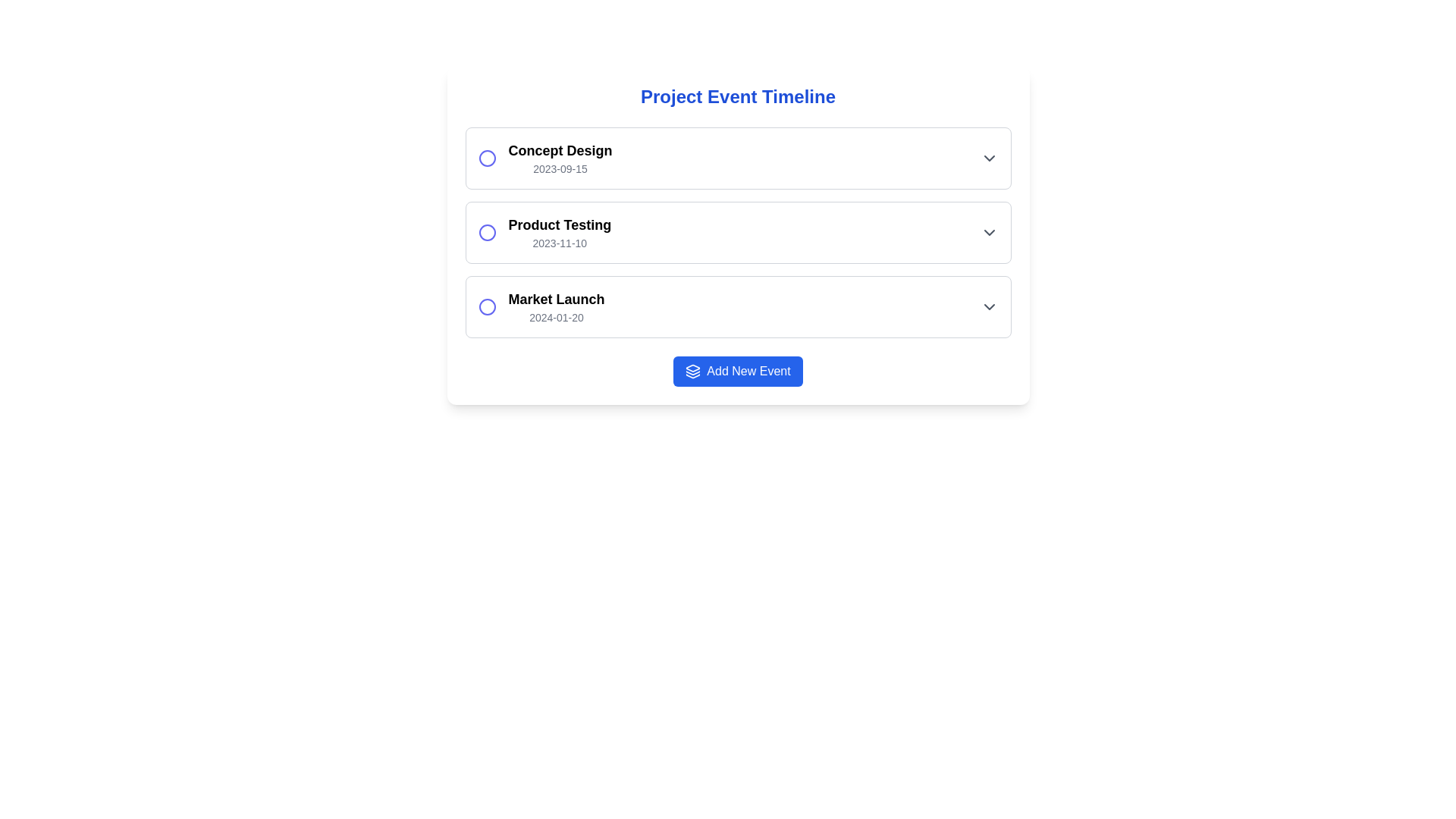  What do you see at coordinates (487, 233) in the screenshot?
I see `the circular radio button with a blue outline located to the left of the 'Product Testing' title` at bounding box center [487, 233].